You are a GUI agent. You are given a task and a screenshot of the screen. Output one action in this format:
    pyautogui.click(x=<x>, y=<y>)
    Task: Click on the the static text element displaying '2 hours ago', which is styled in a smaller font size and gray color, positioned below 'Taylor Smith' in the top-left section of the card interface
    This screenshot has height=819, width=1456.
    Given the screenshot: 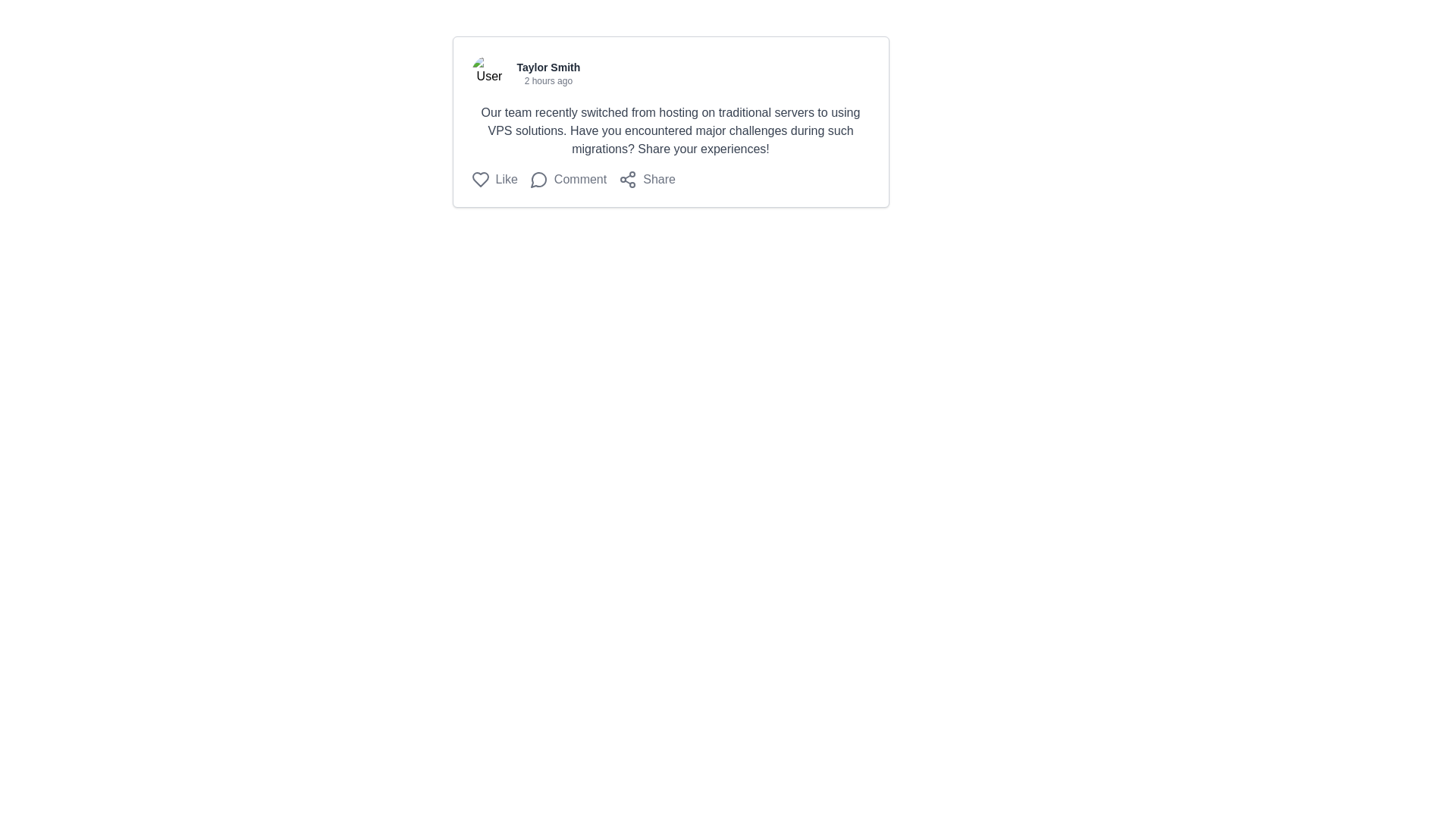 What is the action you would take?
    pyautogui.click(x=548, y=81)
    